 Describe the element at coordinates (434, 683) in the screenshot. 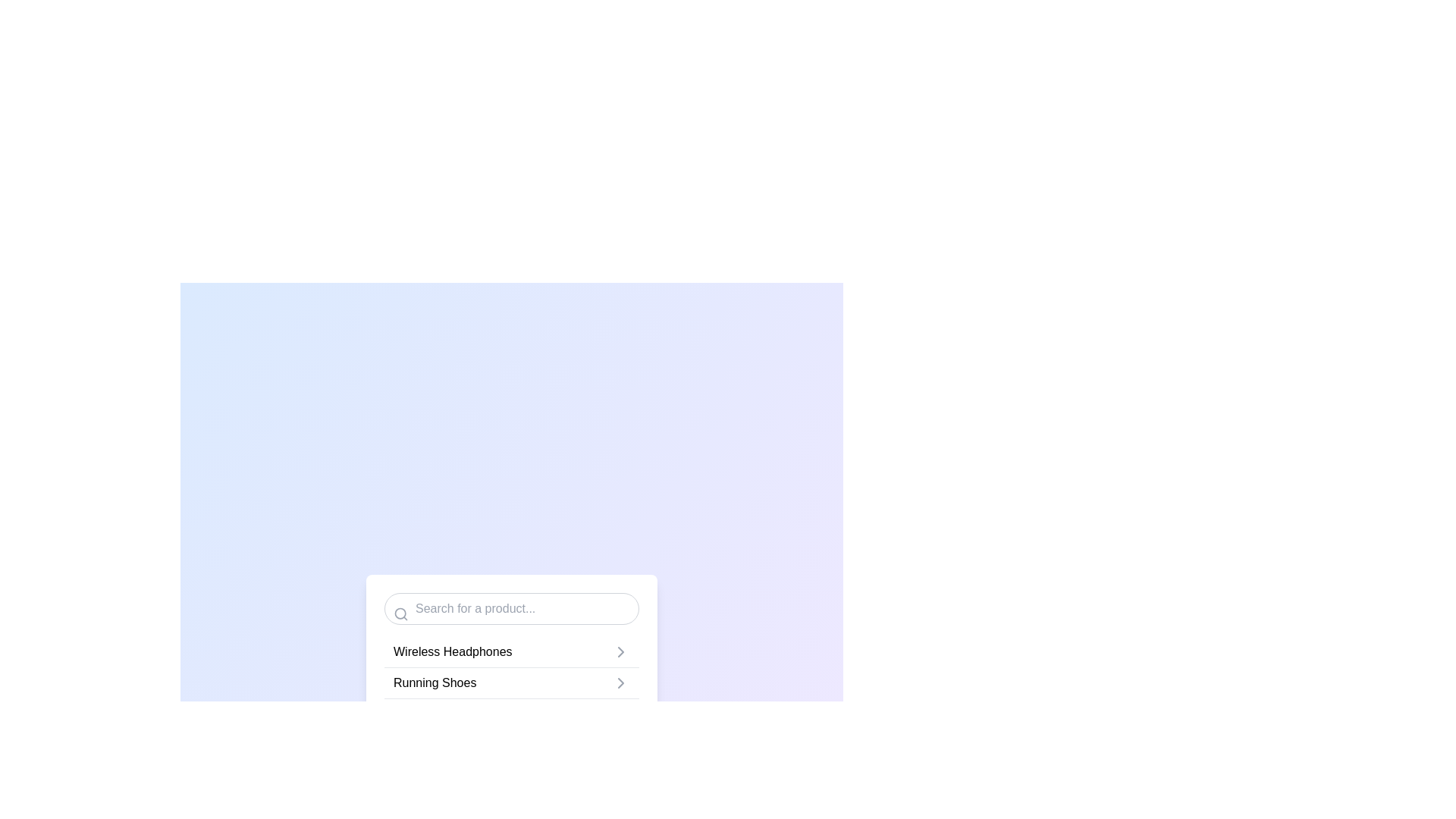

I see `the 'Running Shoes' text label` at that location.